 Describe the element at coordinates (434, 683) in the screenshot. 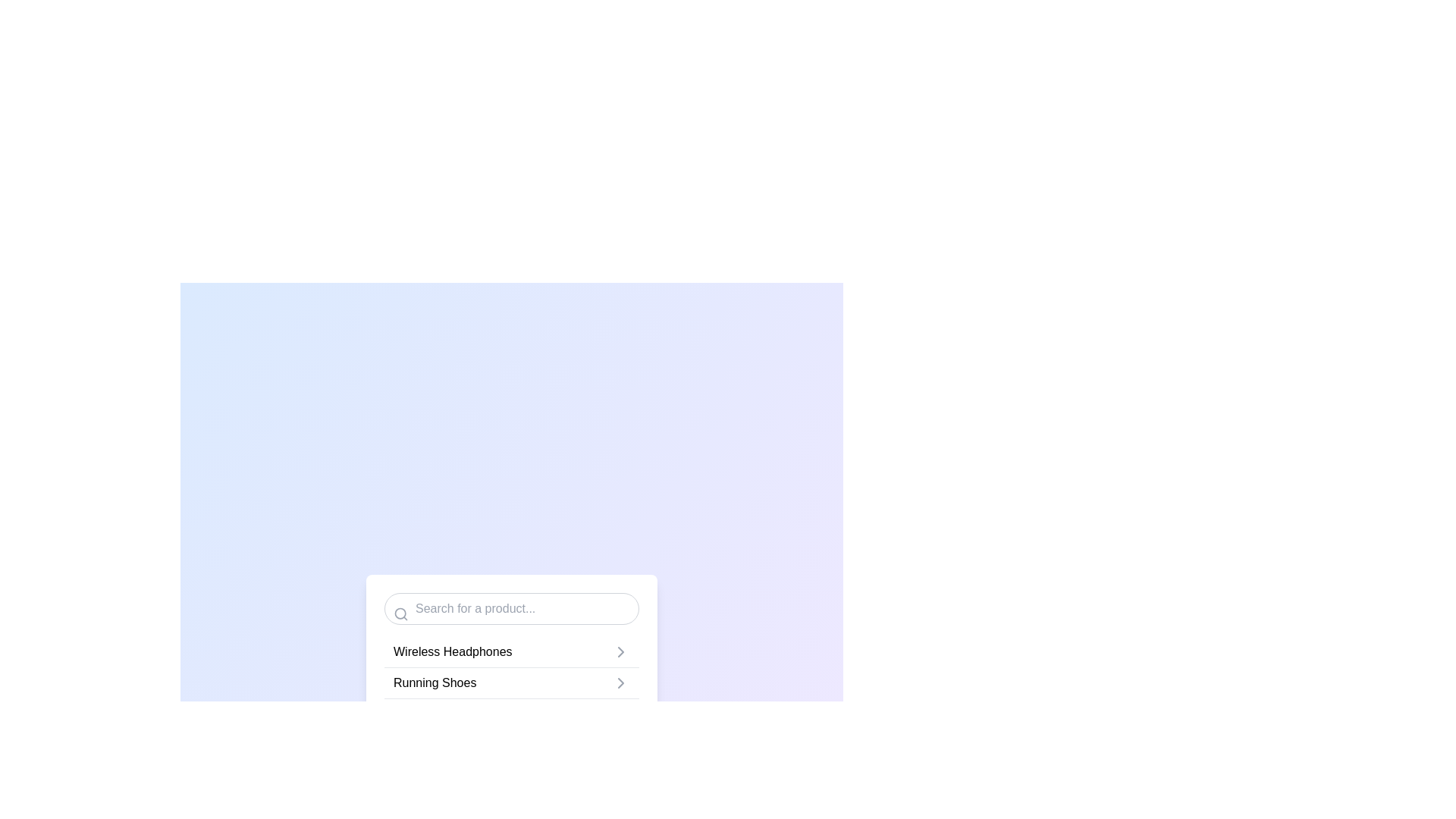

I see `the 'Running Shoes' text label` at that location.